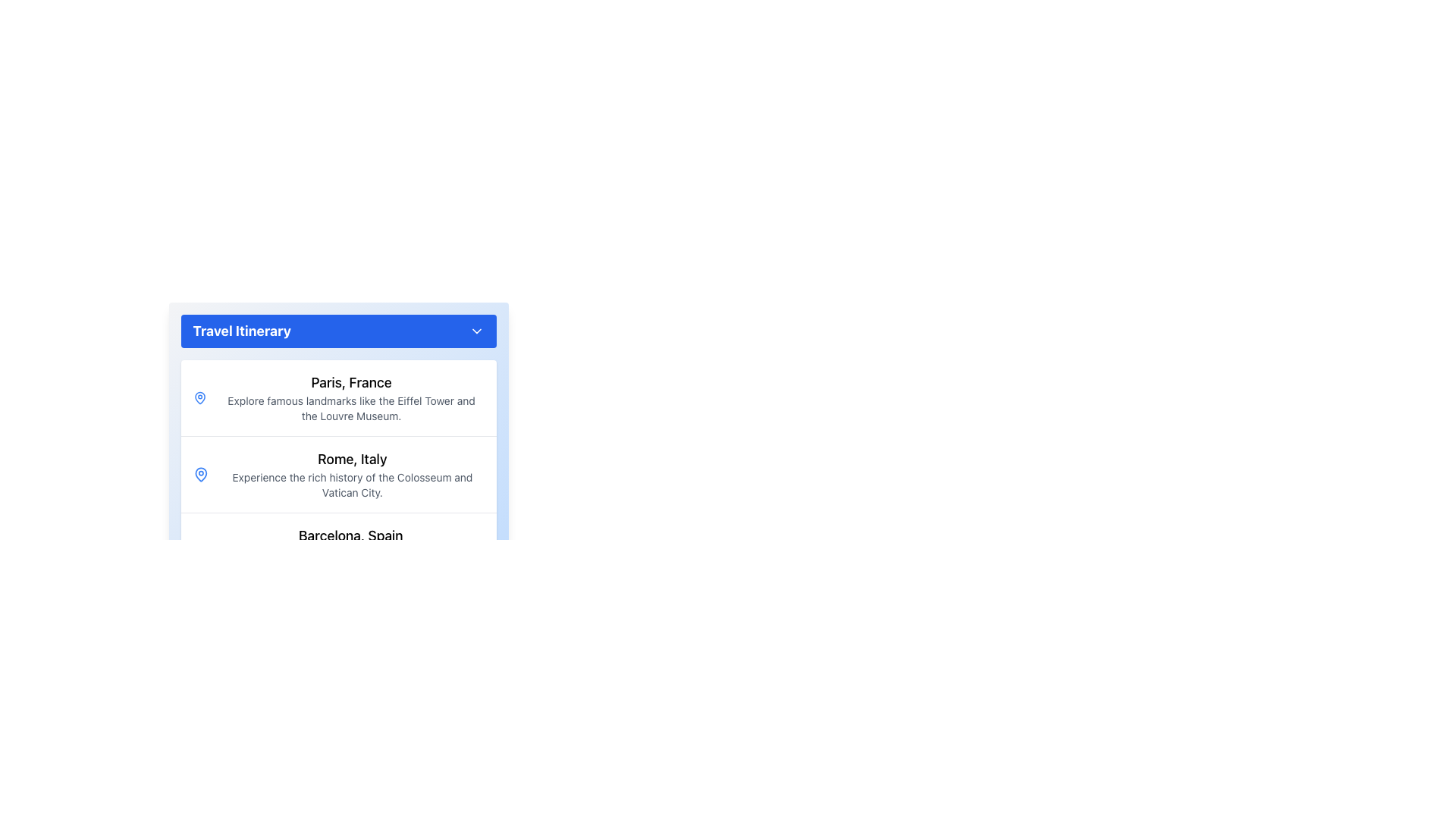 This screenshot has width=1456, height=819. I want to click on descriptive information provided by the Text Label about key places of interest in Paris, France, located under the 'Travel Itinerary' section, so click(350, 408).